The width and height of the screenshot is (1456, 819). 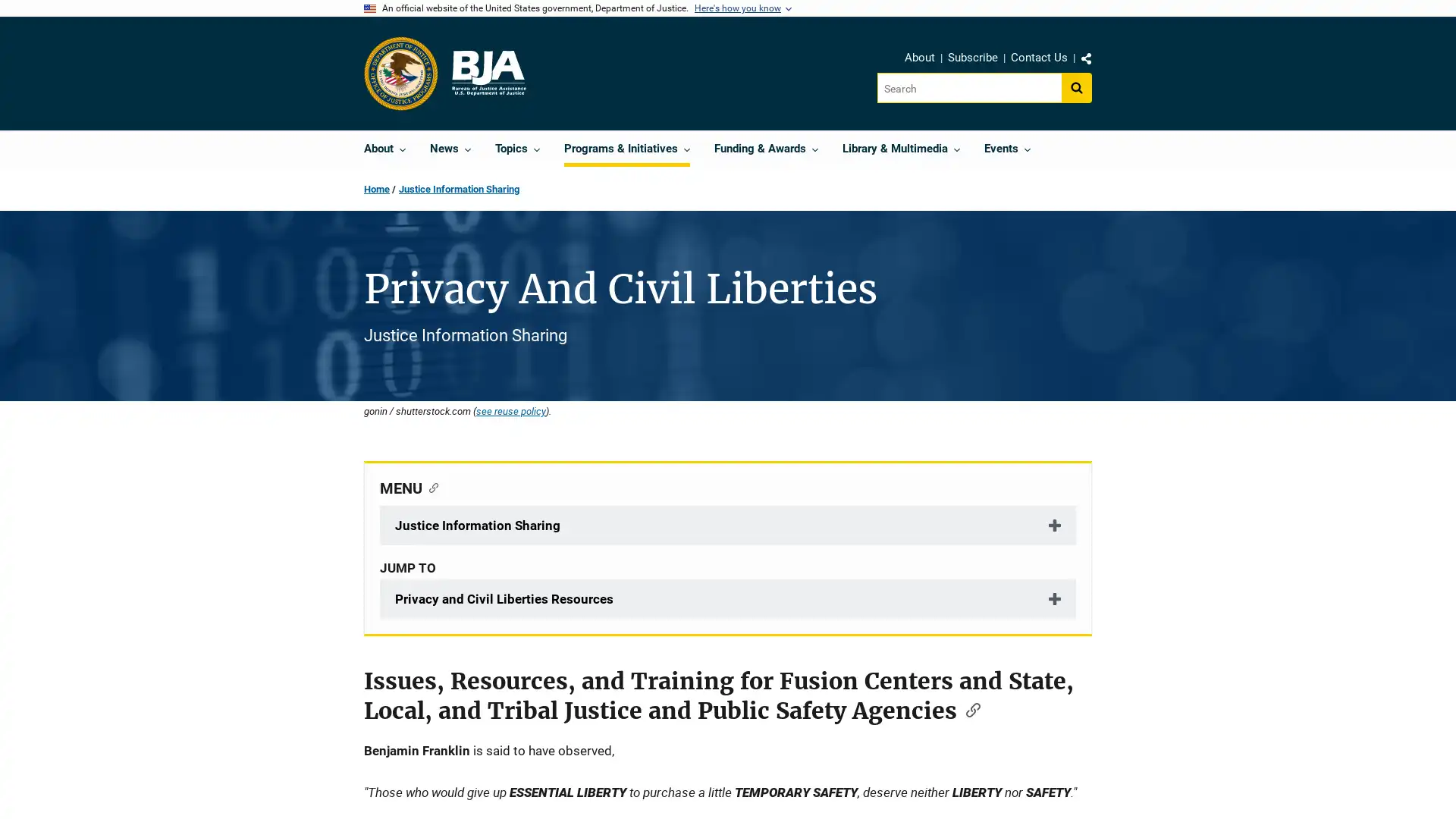 I want to click on Topics, so click(x=517, y=149).